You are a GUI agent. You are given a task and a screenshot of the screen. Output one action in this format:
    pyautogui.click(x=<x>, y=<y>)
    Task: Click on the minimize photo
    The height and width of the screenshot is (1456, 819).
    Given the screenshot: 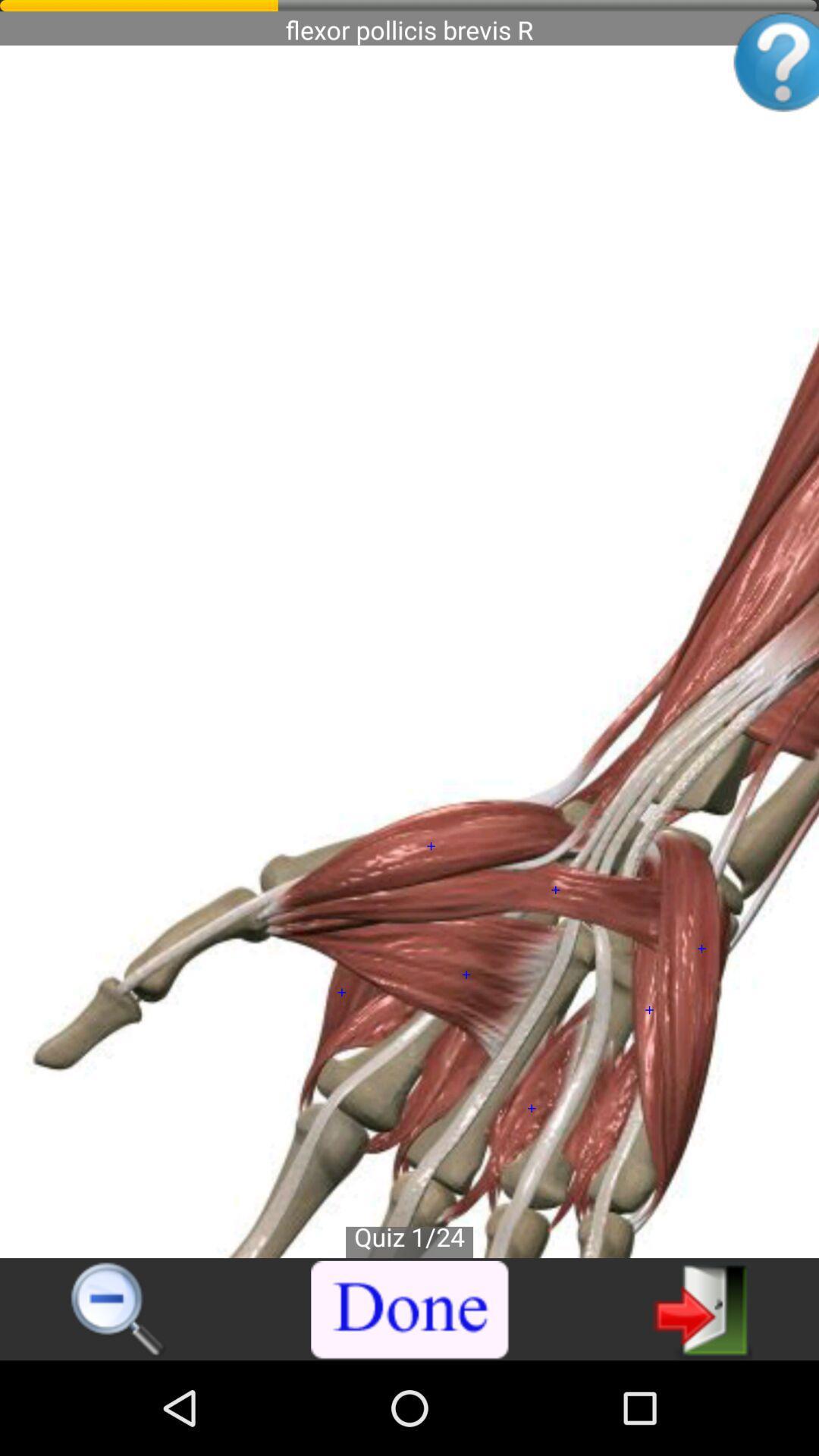 What is the action you would take?
    pyautogui.click(x=118, y=1310)
    